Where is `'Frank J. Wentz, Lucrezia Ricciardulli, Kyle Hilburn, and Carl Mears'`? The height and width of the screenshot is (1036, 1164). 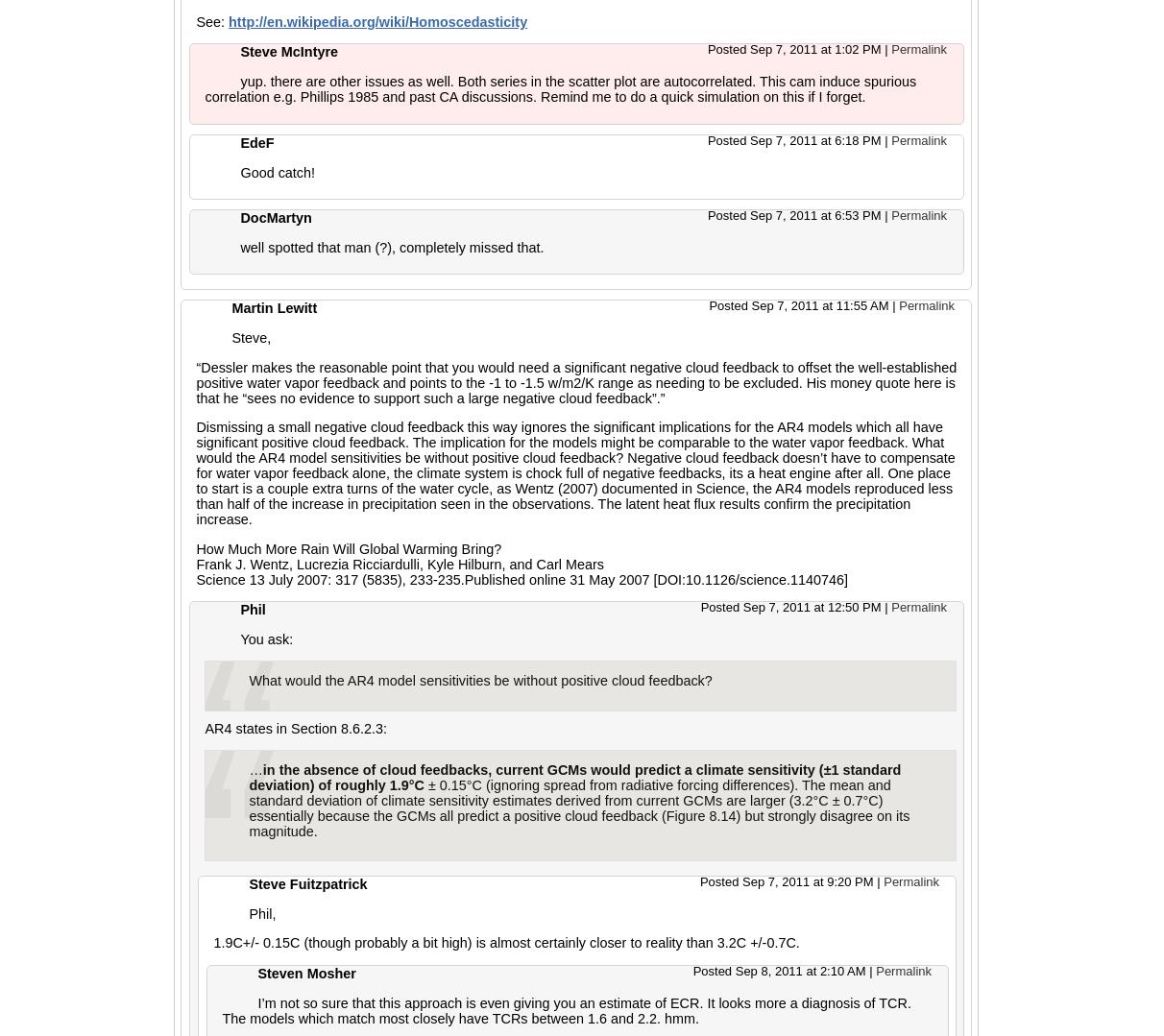 'Frank J. Wentz, Lucrezia Ricciardulli, Kyle Hilburn, and Carl Mears' is located at coordinates (399, 563).